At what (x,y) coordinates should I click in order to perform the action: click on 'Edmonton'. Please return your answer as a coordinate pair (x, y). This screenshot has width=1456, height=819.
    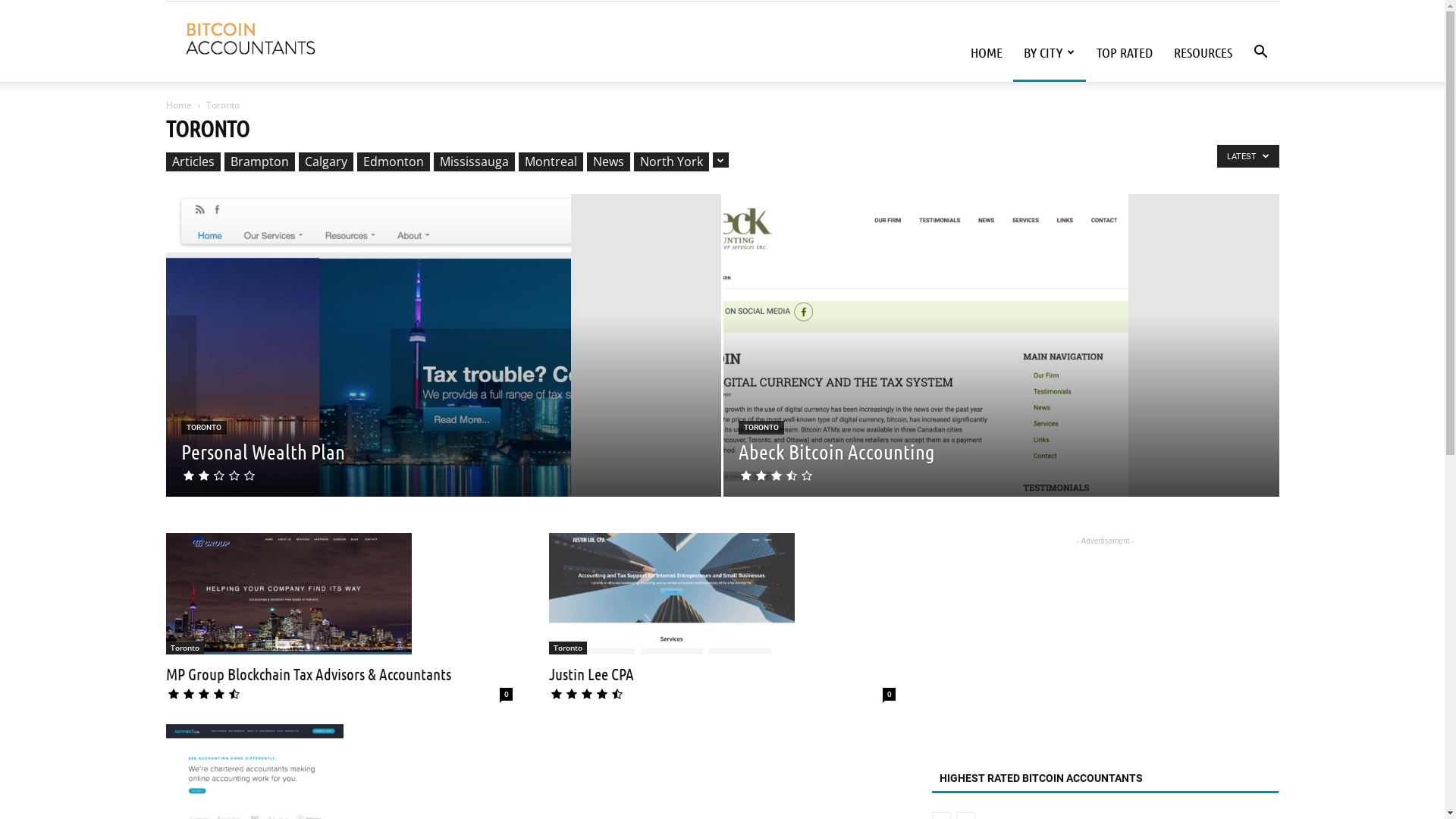
    Looking at the image, I should click on (393, 162).